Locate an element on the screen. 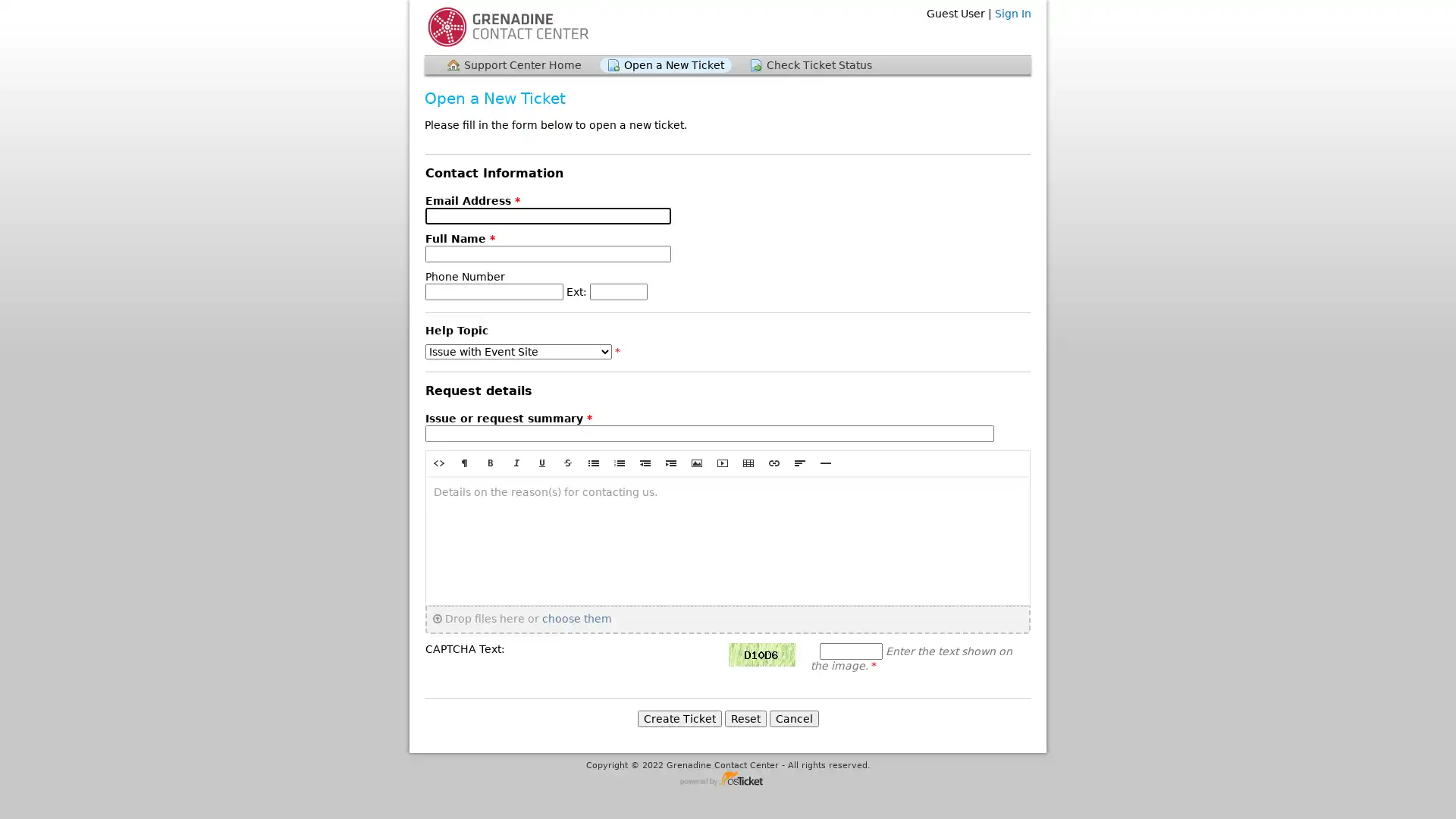 This screenshot has width=1456, height=819. Italic is located at coordinates (516, 462).